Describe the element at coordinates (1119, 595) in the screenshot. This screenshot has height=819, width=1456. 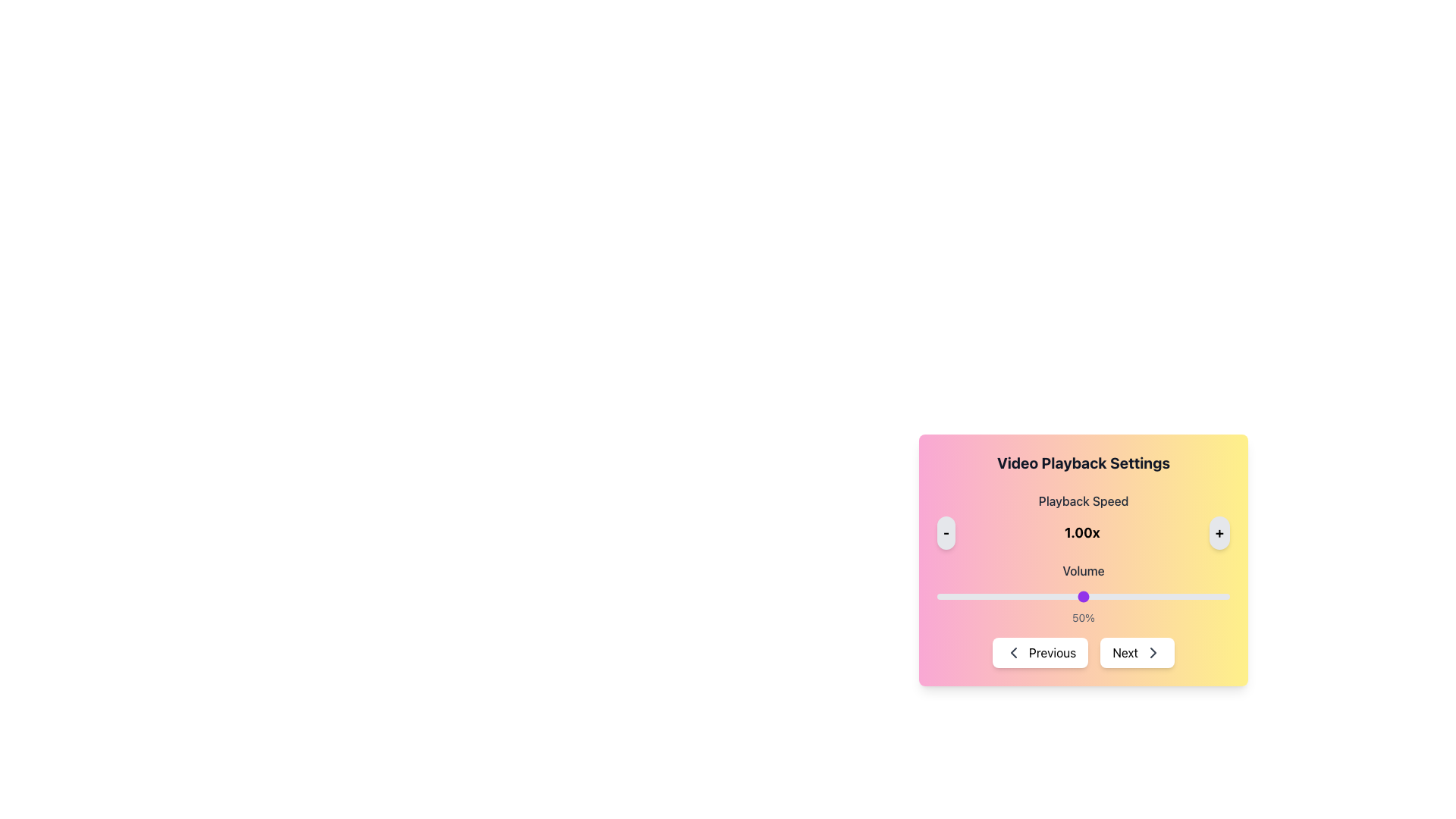
I see `the volume slider` at that location.